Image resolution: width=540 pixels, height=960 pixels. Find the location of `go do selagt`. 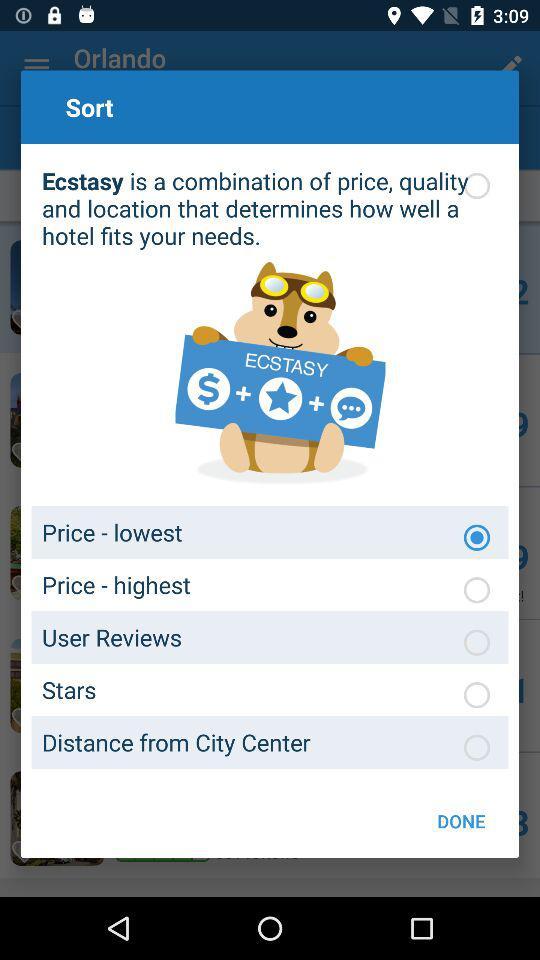

go do selagt is located at coordinates (475, 590).